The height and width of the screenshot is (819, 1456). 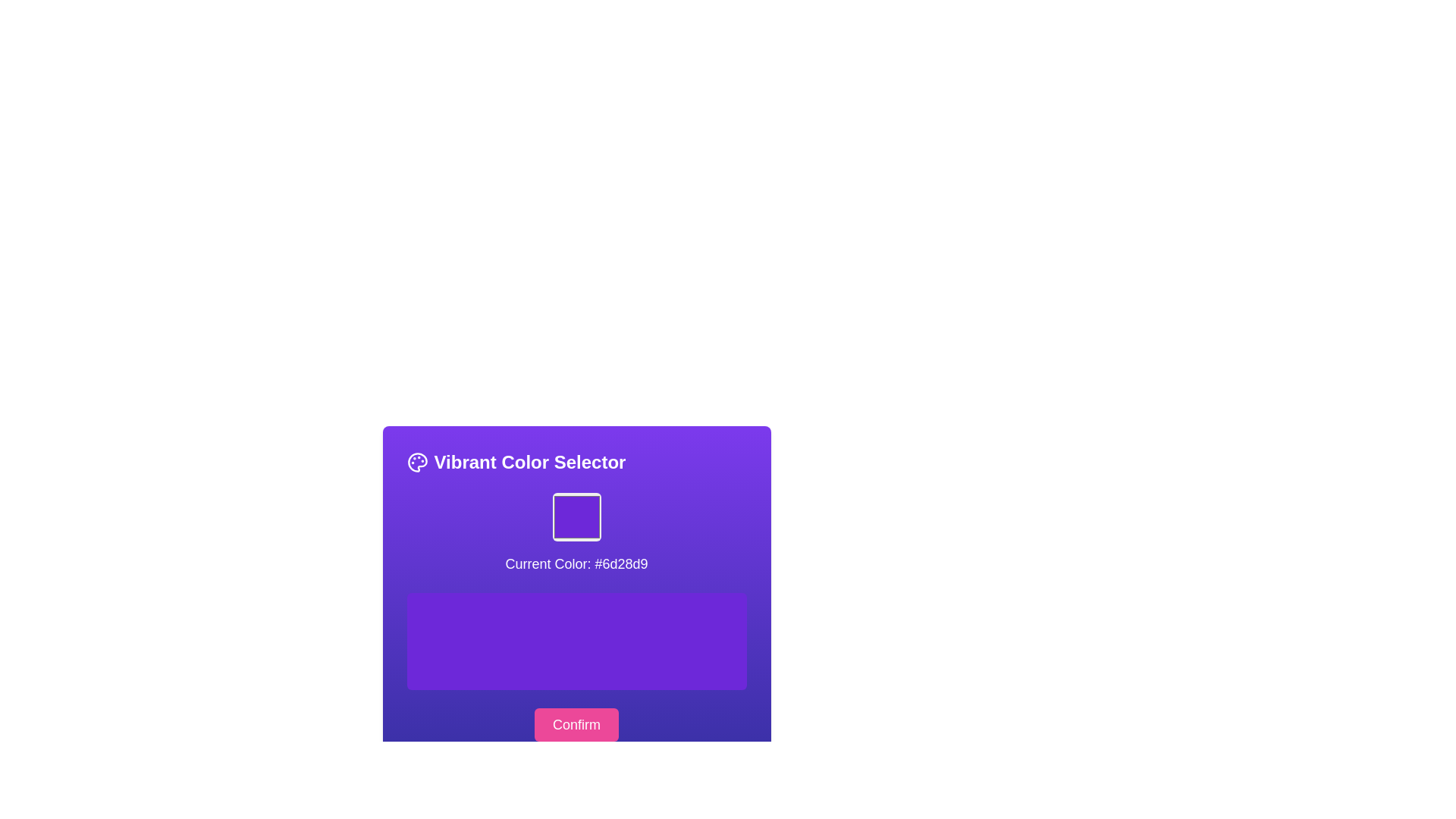 What do you see at coordinates (576, 516) in the screenshot?
I see `the Color Preview Box` at bounding box center [576, 516].